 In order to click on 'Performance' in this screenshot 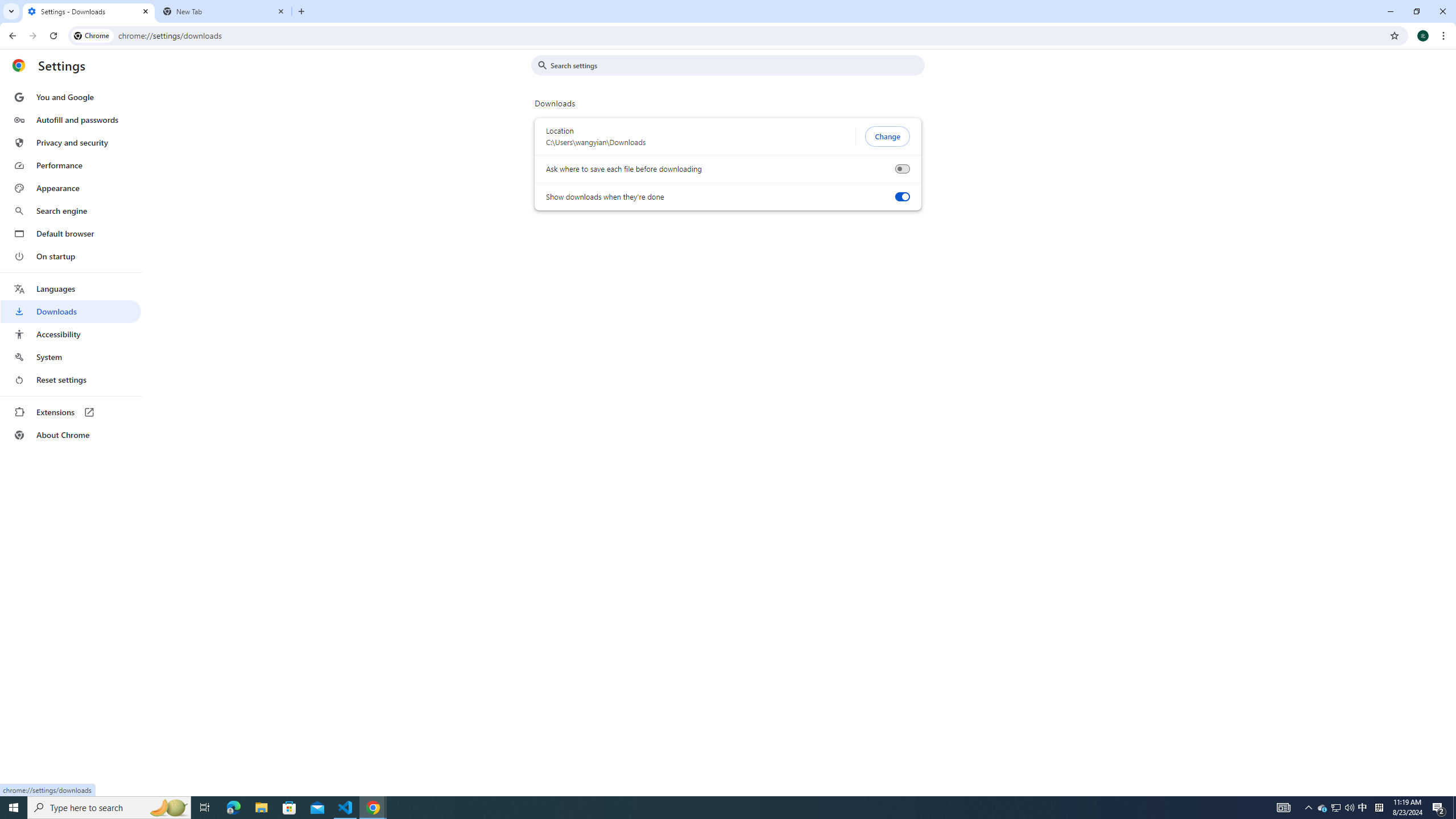, I will do `click(70, 165)`.